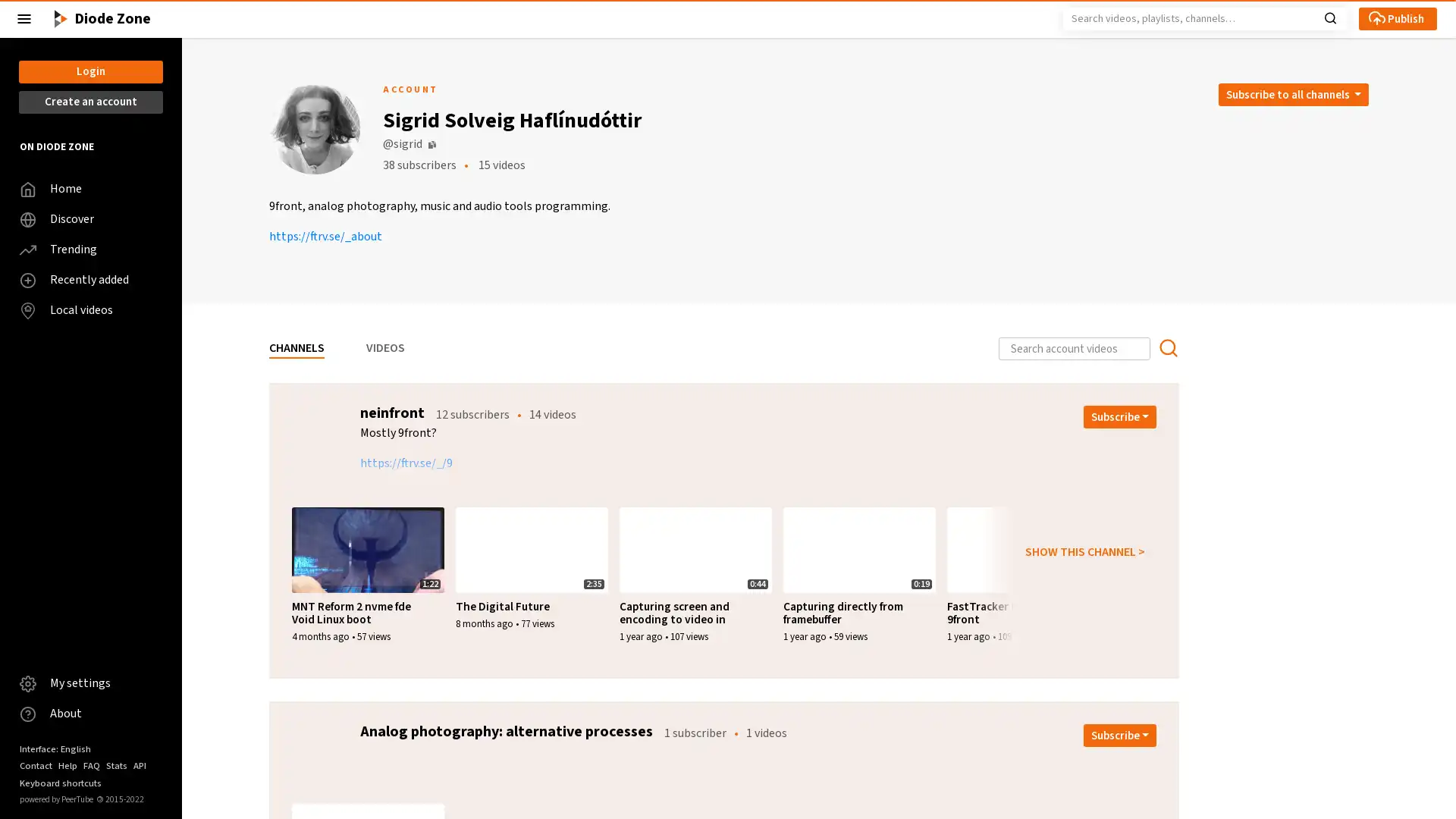  I want to click on Interface: English, so click(55, 748).